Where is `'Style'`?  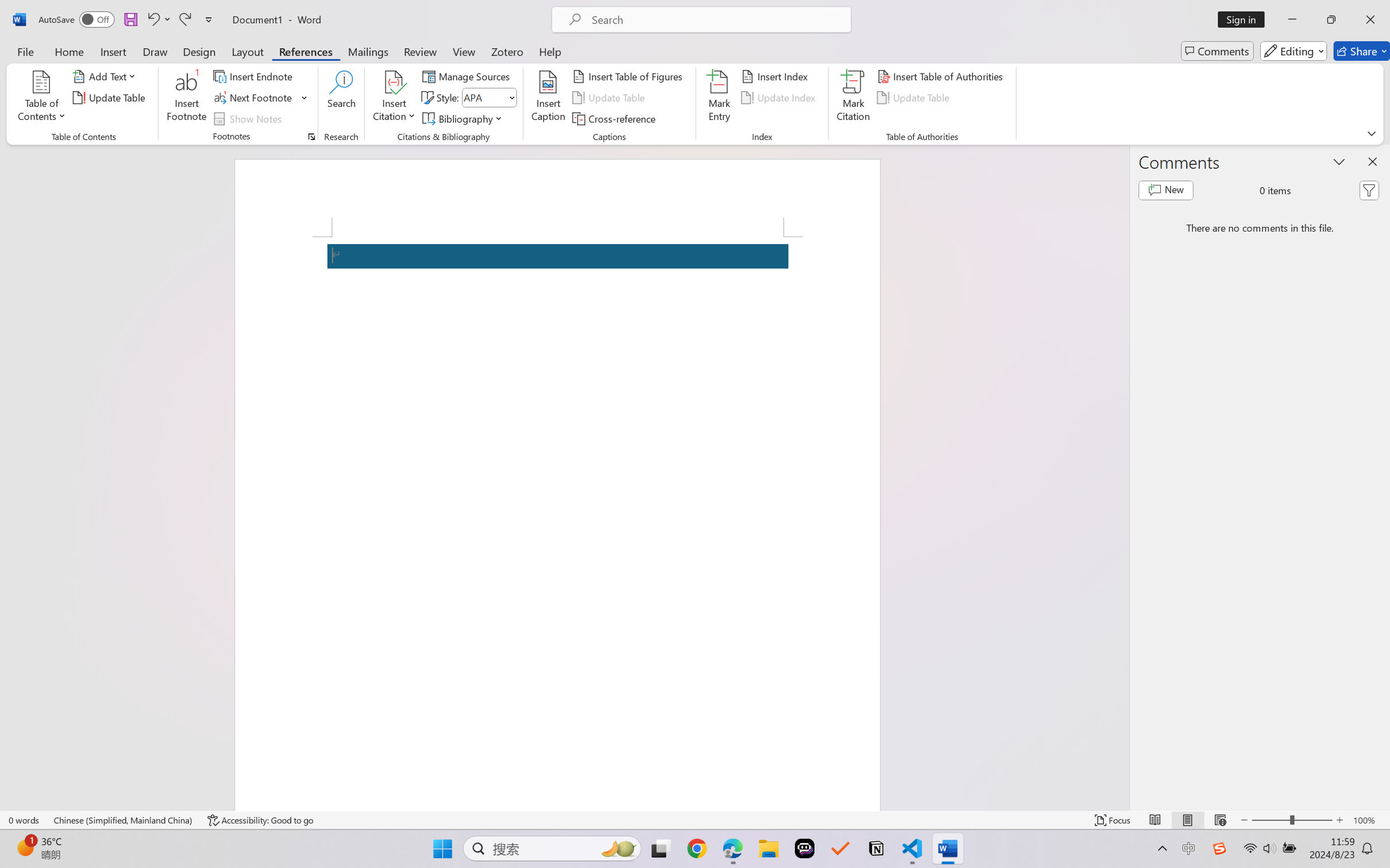
'Style' is located at coordinates (489, 98).